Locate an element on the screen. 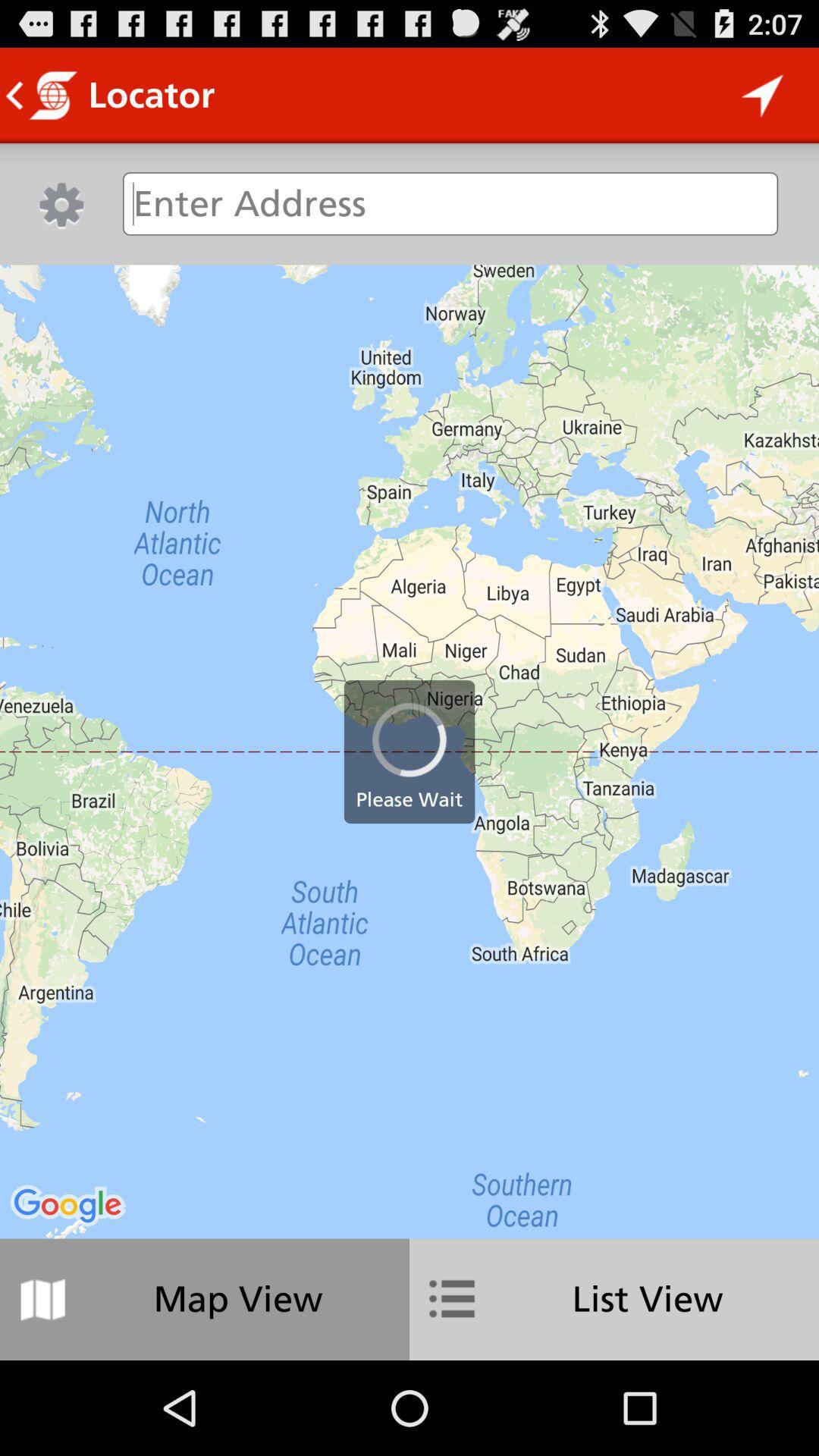 Image resolution: width=819 pixels, height=1456 pixels. list view icon is located at coordinates (614, 1298).